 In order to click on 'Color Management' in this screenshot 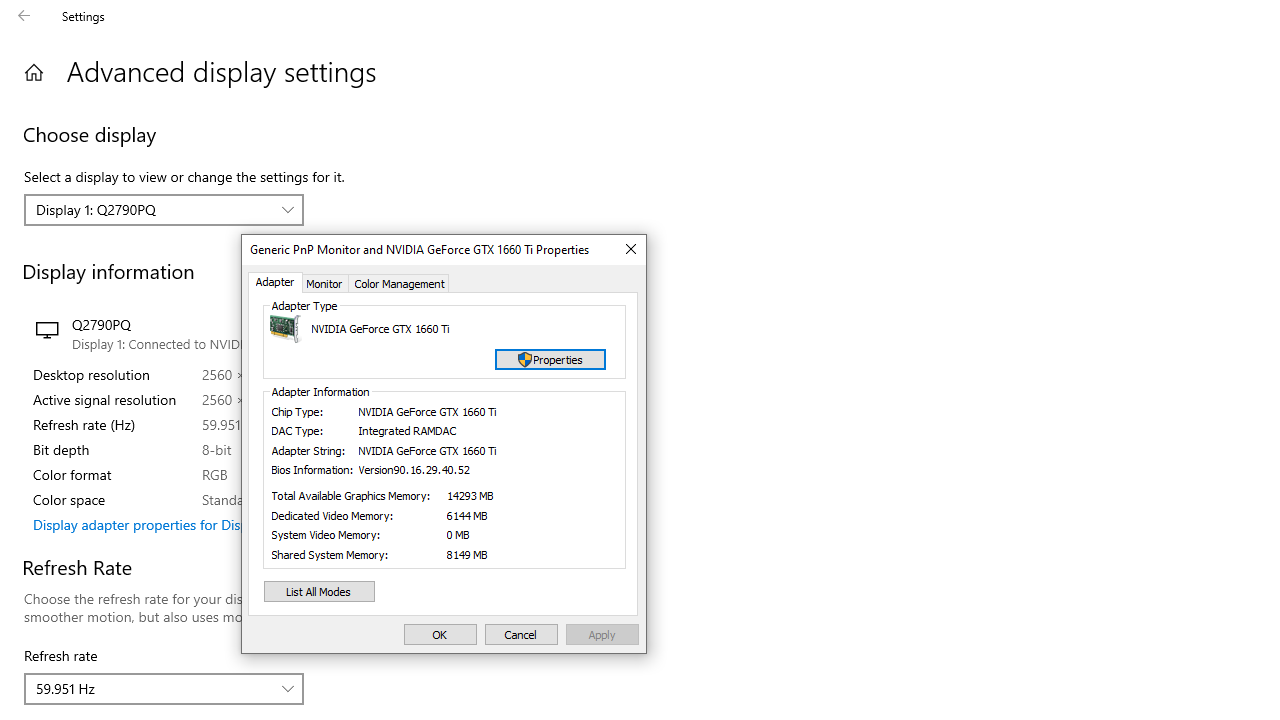, I will do `click(400, 283)`.